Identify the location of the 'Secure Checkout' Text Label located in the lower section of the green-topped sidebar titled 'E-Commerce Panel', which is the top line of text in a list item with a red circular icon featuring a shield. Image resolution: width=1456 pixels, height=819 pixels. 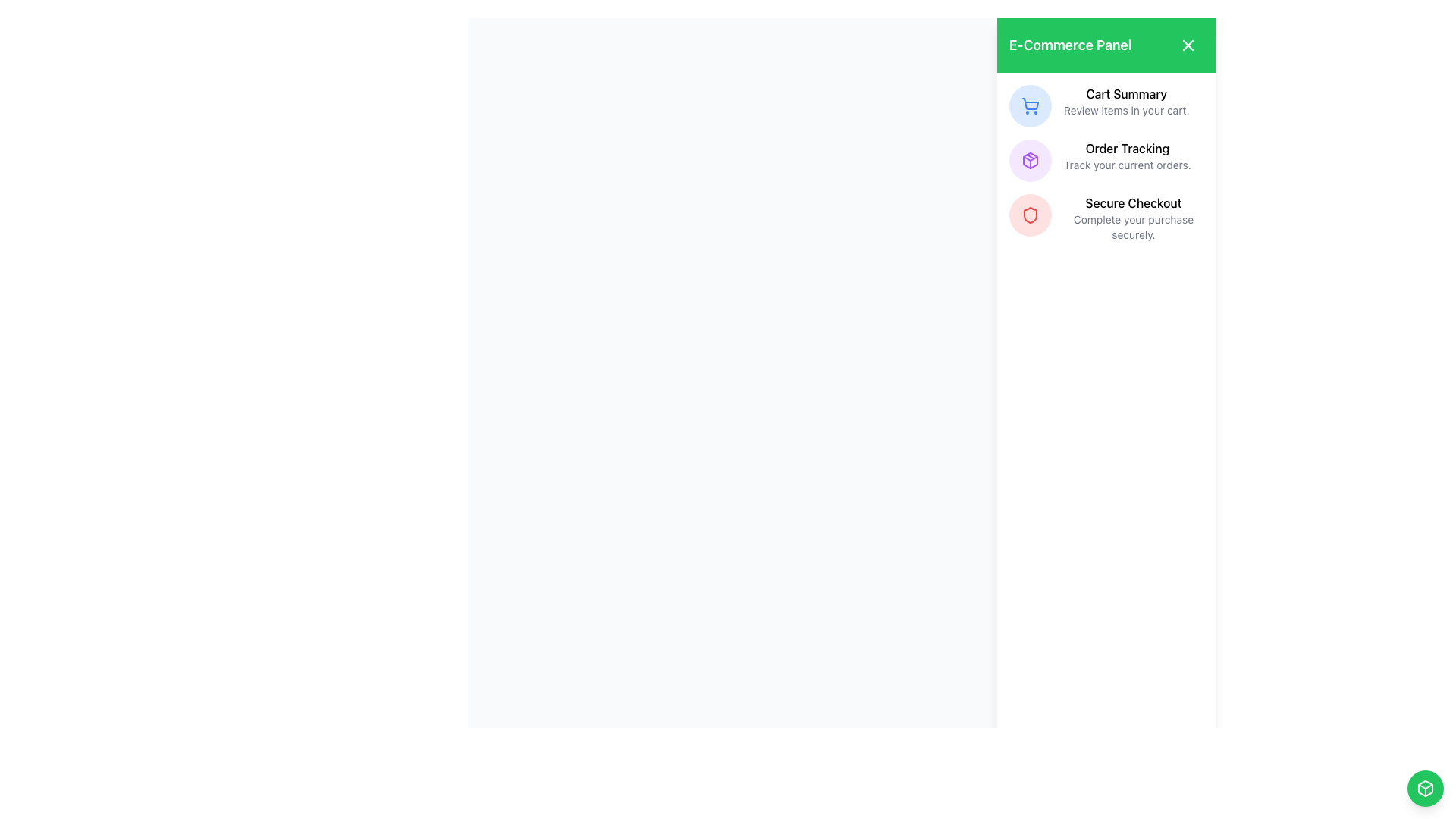
(1133, 202).